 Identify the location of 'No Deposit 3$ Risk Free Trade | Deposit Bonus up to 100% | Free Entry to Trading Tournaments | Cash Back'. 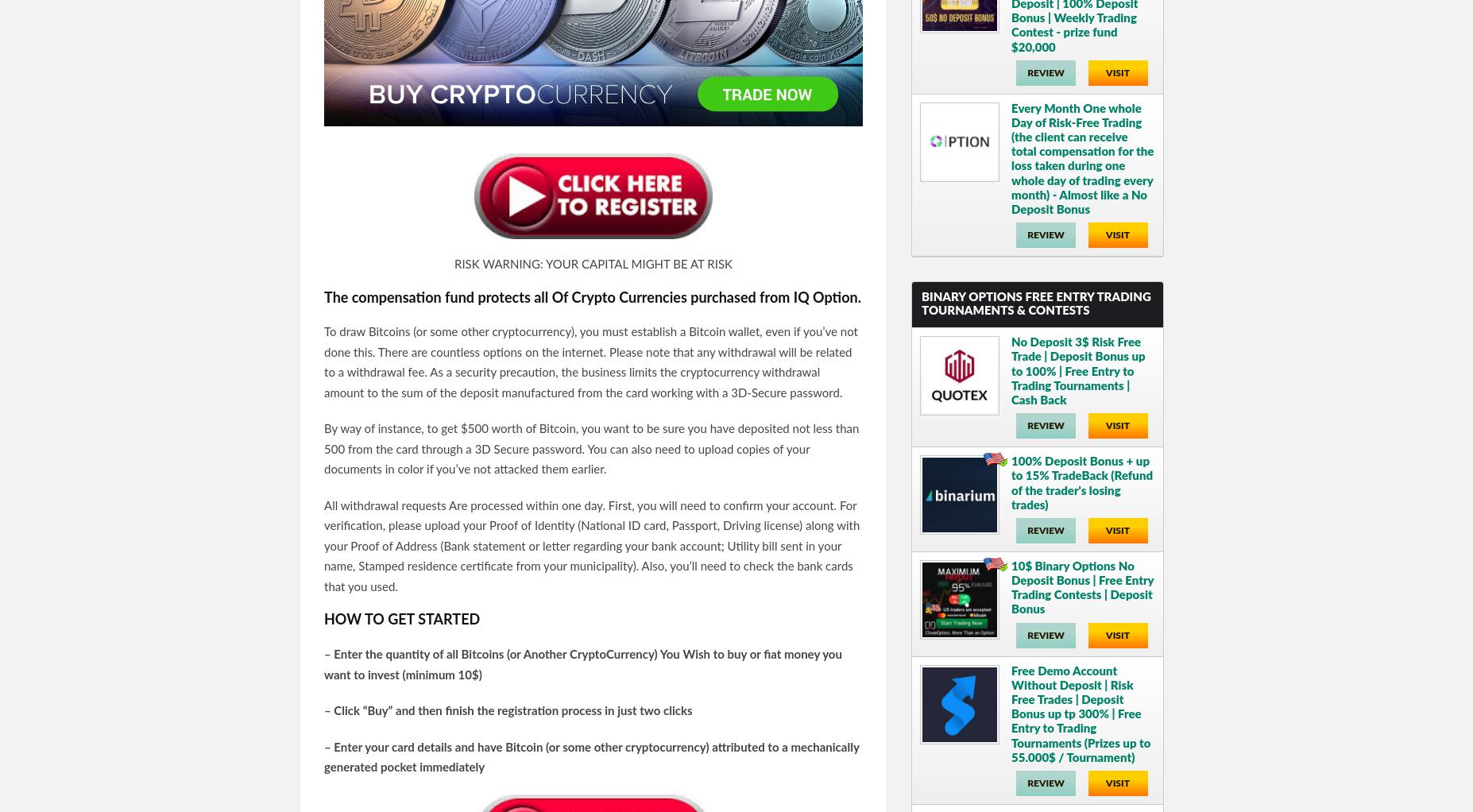
(1077, 370).